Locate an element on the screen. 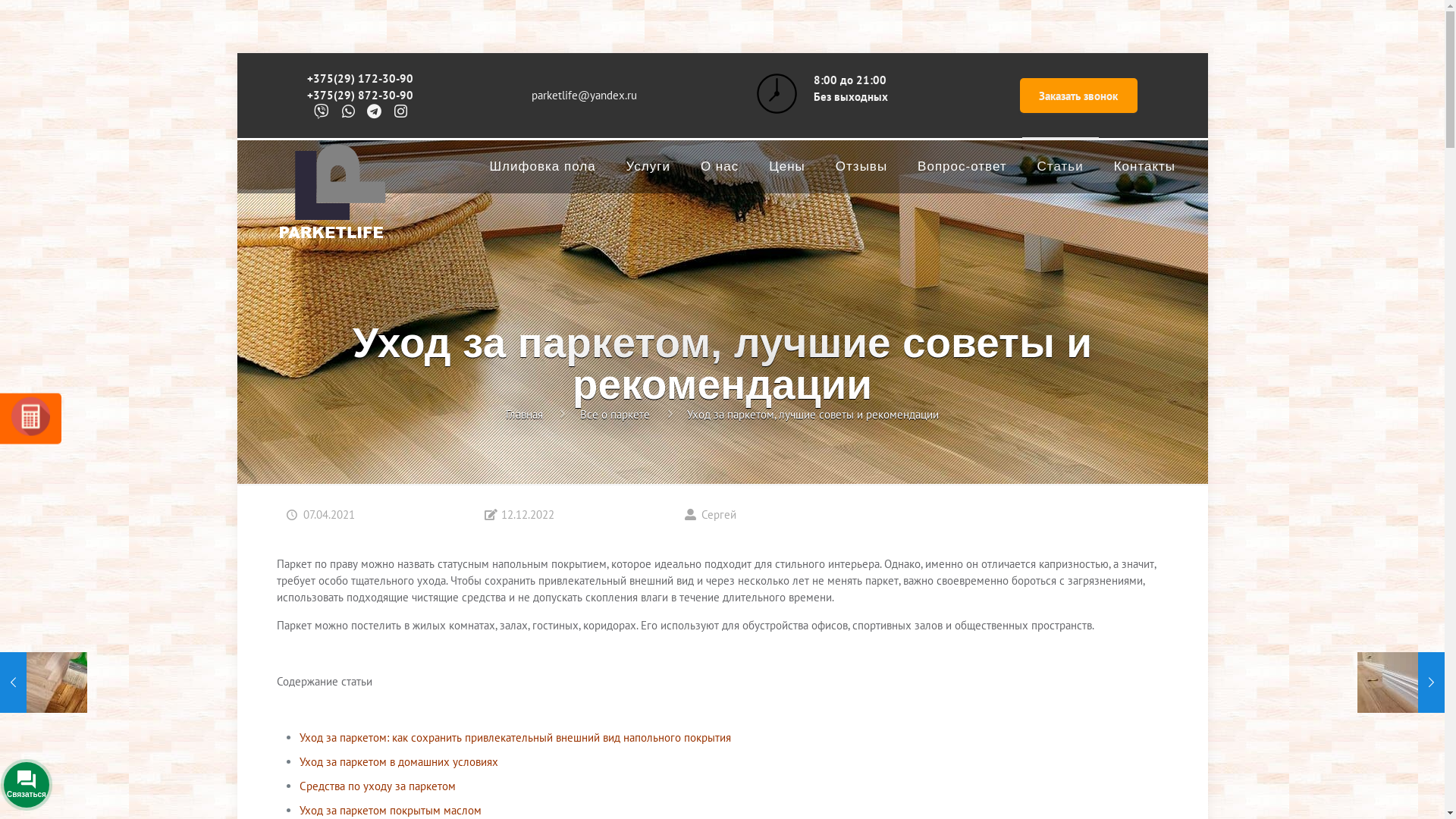  'ParketLife' is located at coordinates (330, 199).